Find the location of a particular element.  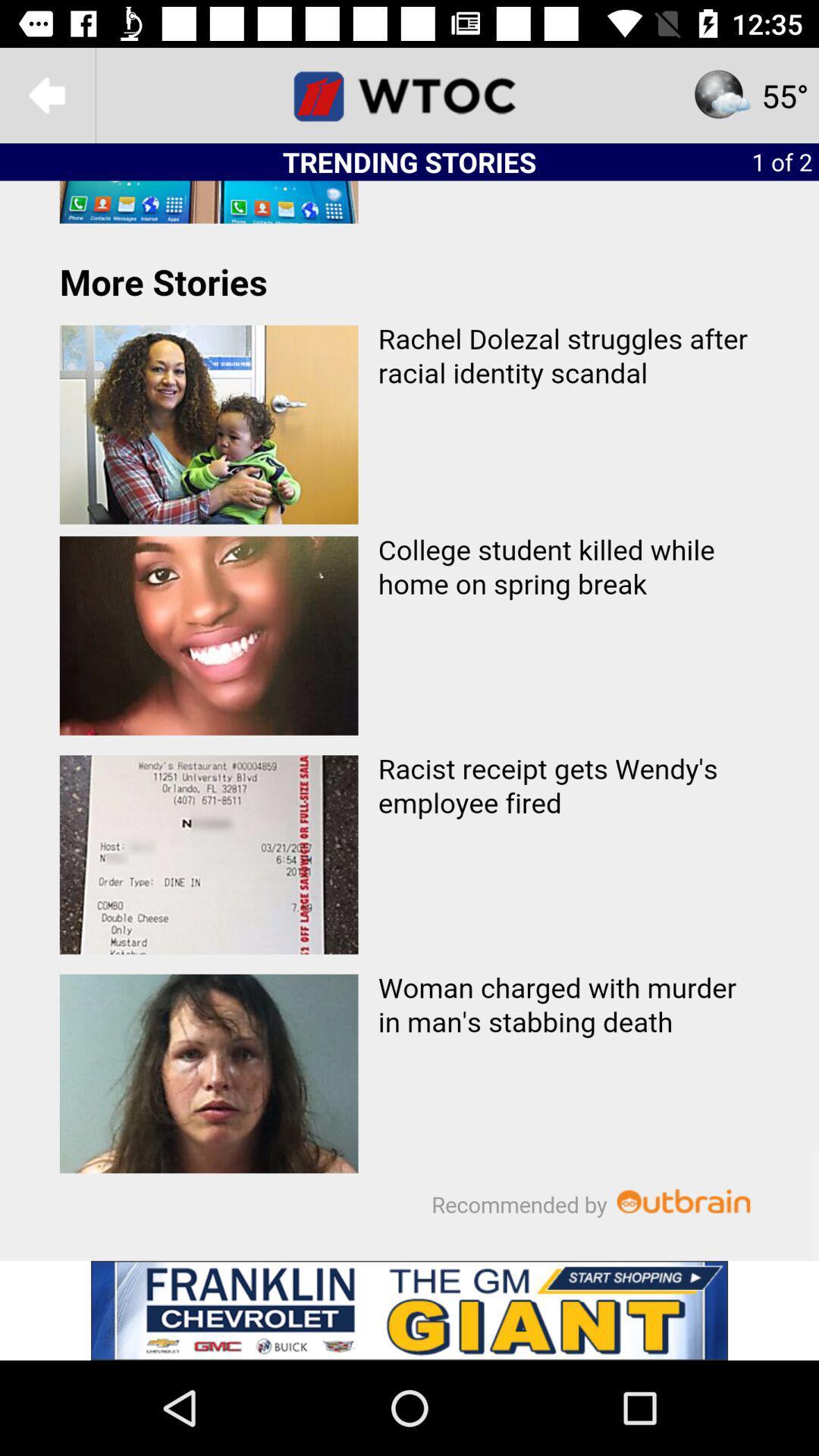

the star icon is located at coordinates (749, 94).